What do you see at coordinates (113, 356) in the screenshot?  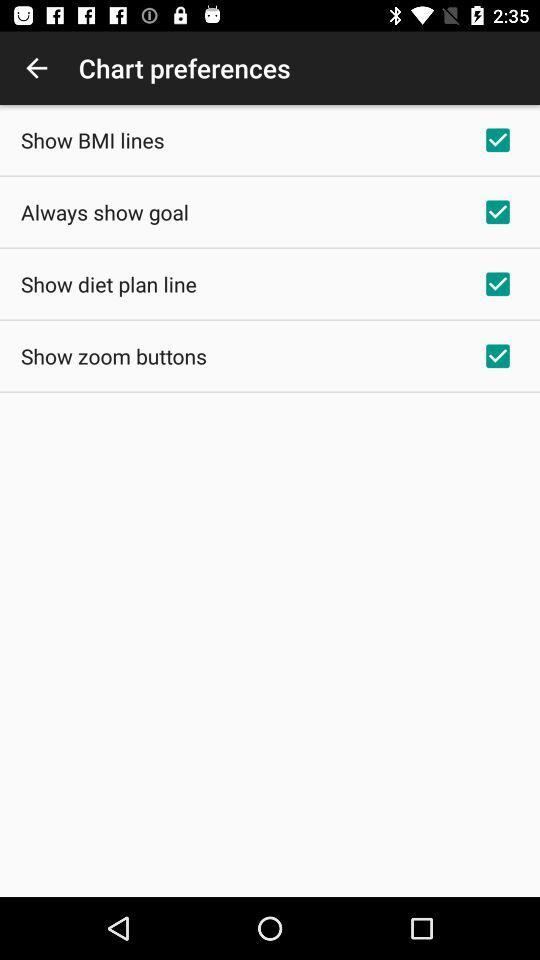 I see `the app on the left` at bounding box center [113, 356].